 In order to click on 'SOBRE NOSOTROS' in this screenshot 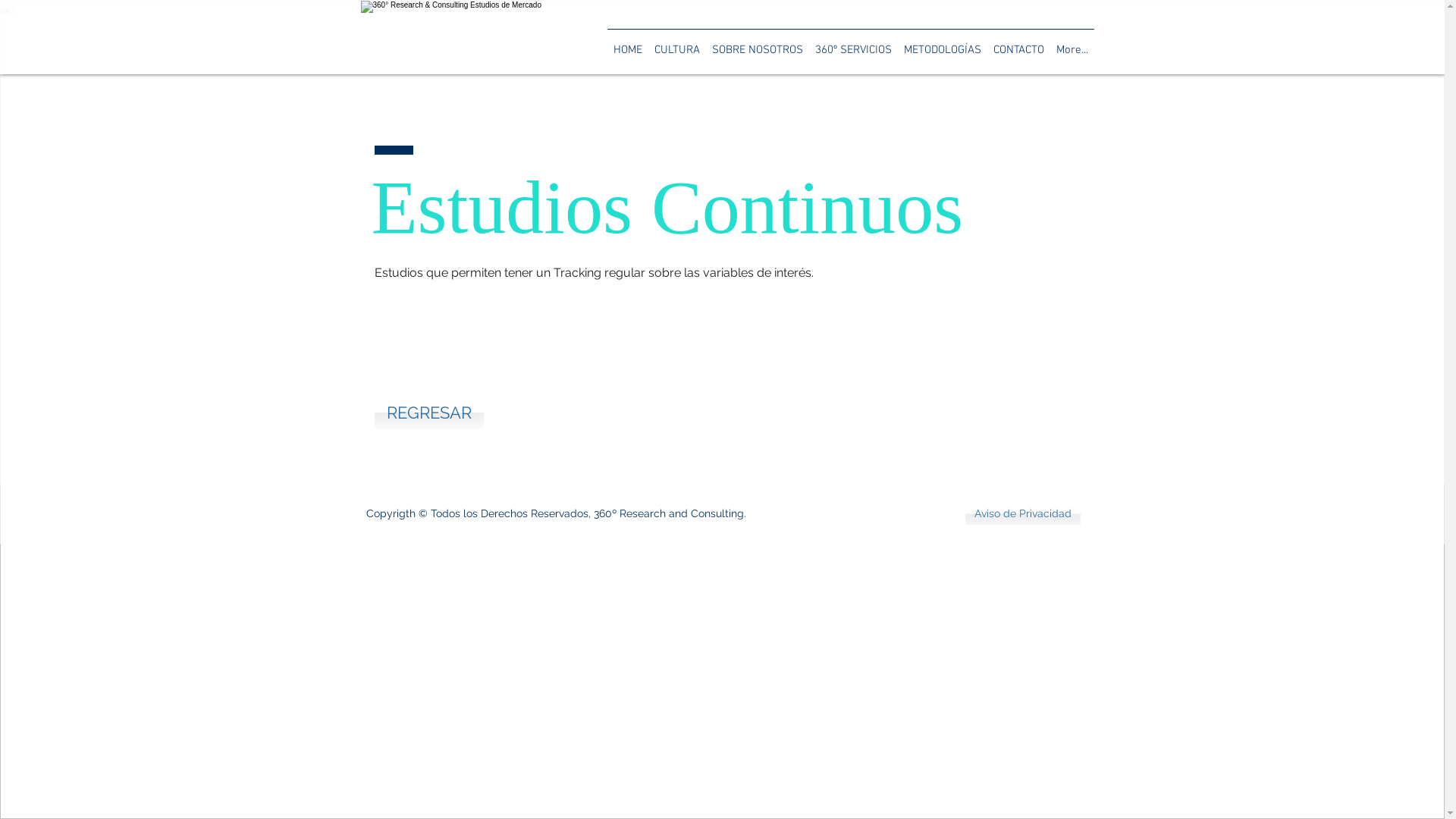, I will do `click(757, 42)`.